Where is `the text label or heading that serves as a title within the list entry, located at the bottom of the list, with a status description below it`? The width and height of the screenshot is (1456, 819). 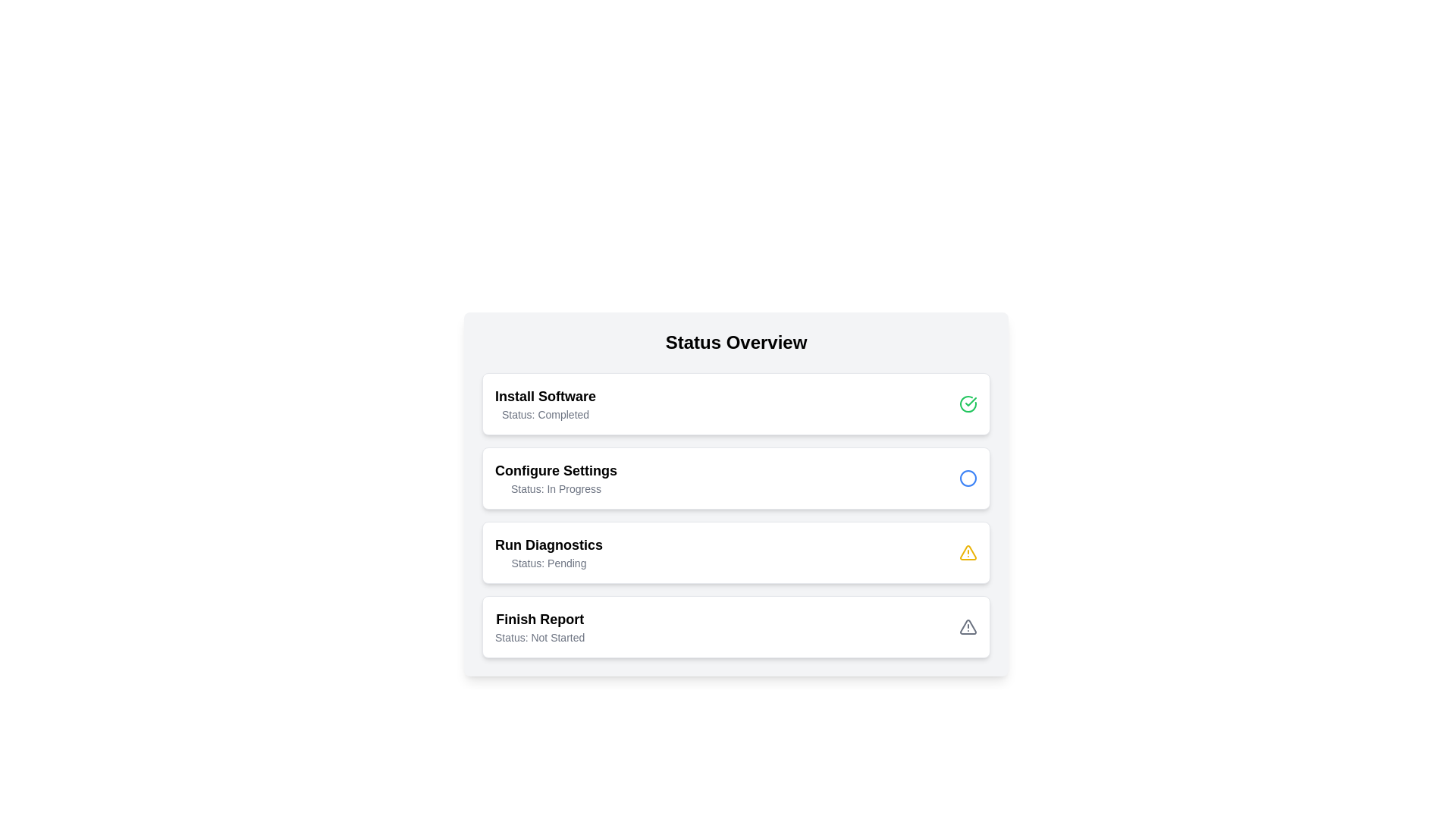
the text label or heading that serves as a title within the list entry, located at the bottom of the list, with a status description below it is located at coordinates (540, 620).